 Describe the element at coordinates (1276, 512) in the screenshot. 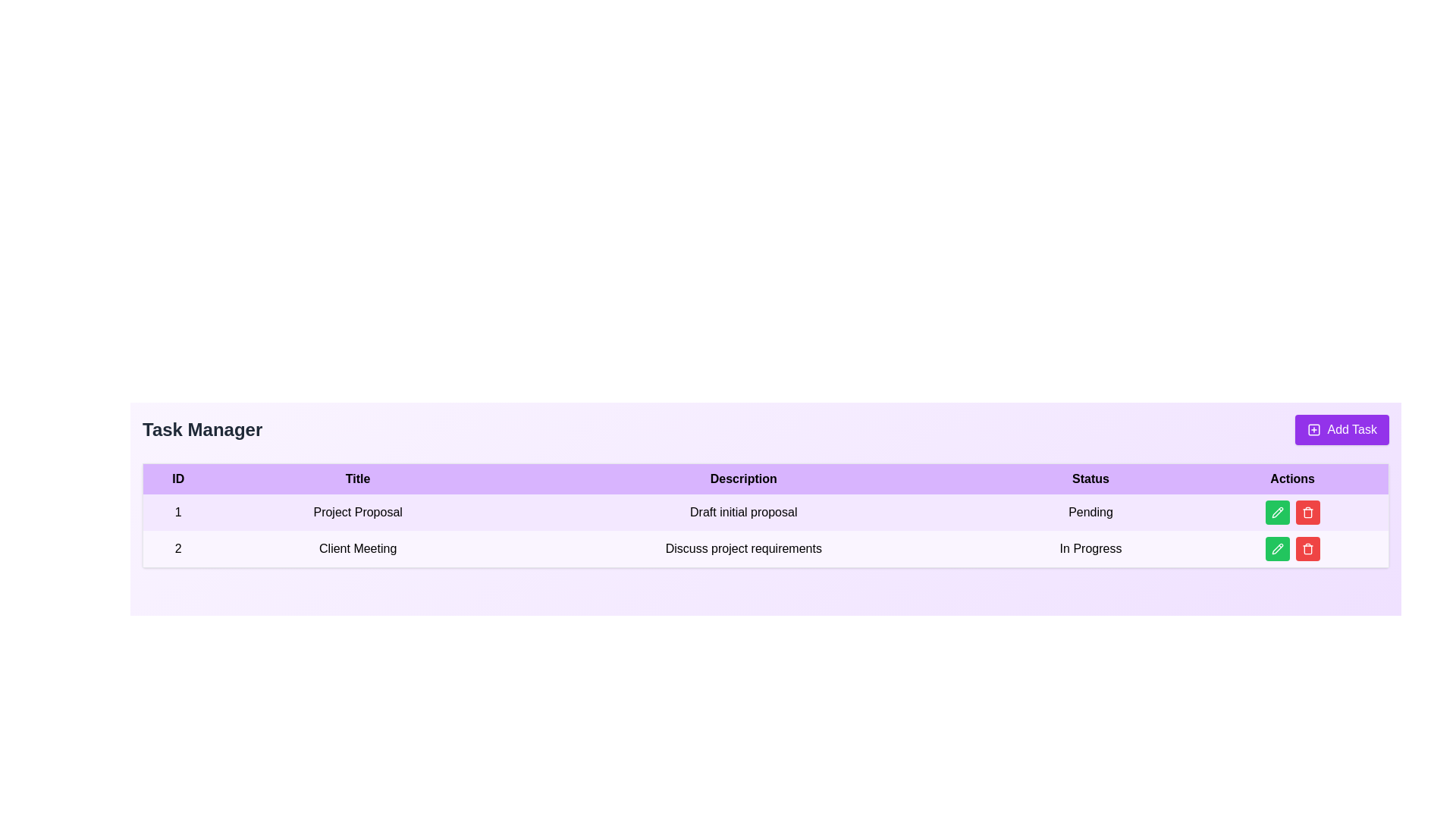

I see `the pencil icon within the green rounded button in the 'Actions' column of the second row corresponding to the task titled 'Client Meeting'` at that location.